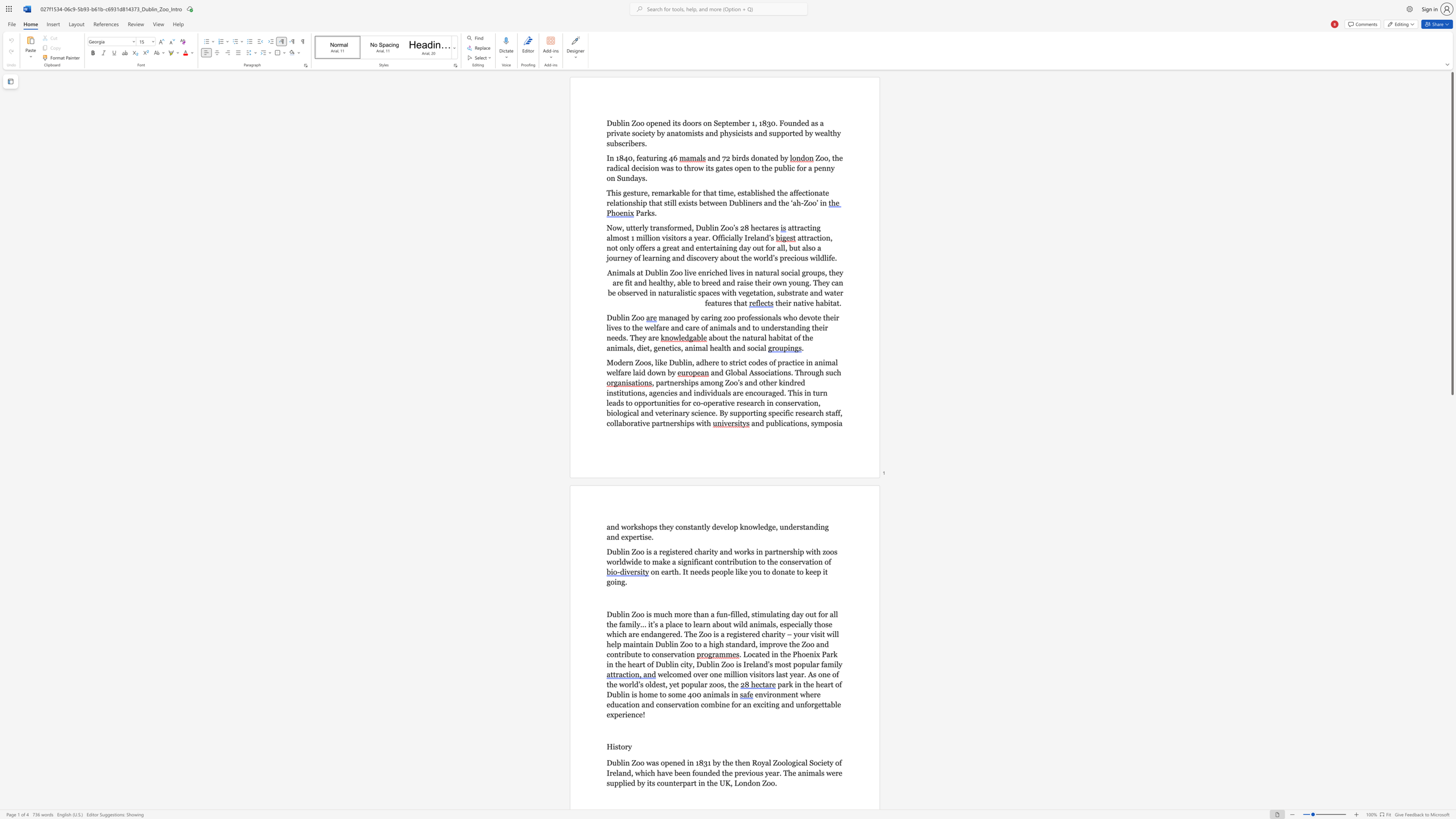 This screenshot has width=1456, height=819. Describe the element at coordinates (772, 193) in the screenshot. I see `the 1th character "d" in the text` at that location.